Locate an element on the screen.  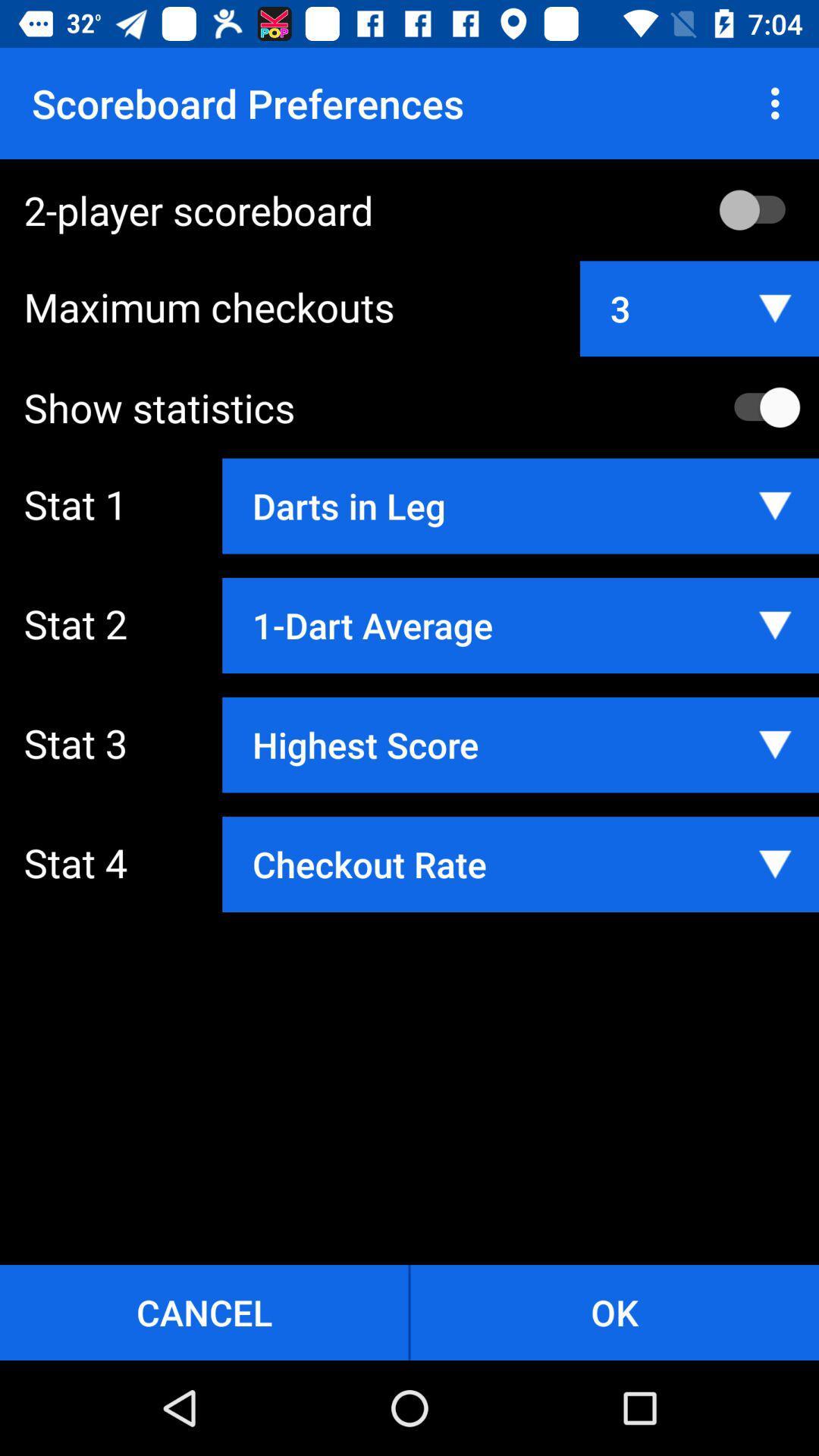
the button to the left of ok button is located at coordinates (203, 1312).